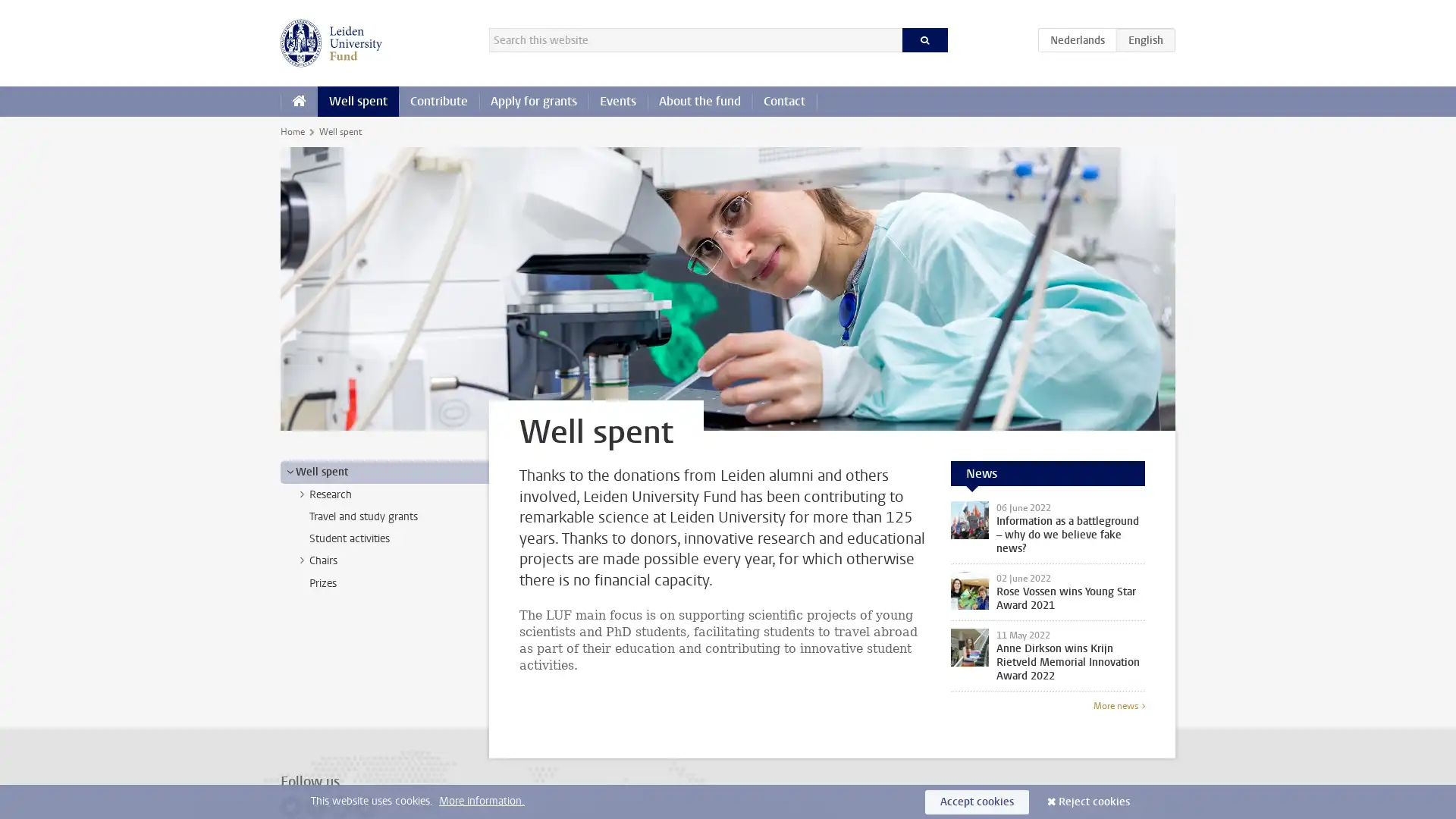 The width and height of the screenshot is (1456, 819). I want to click on >, so click(302, 560).